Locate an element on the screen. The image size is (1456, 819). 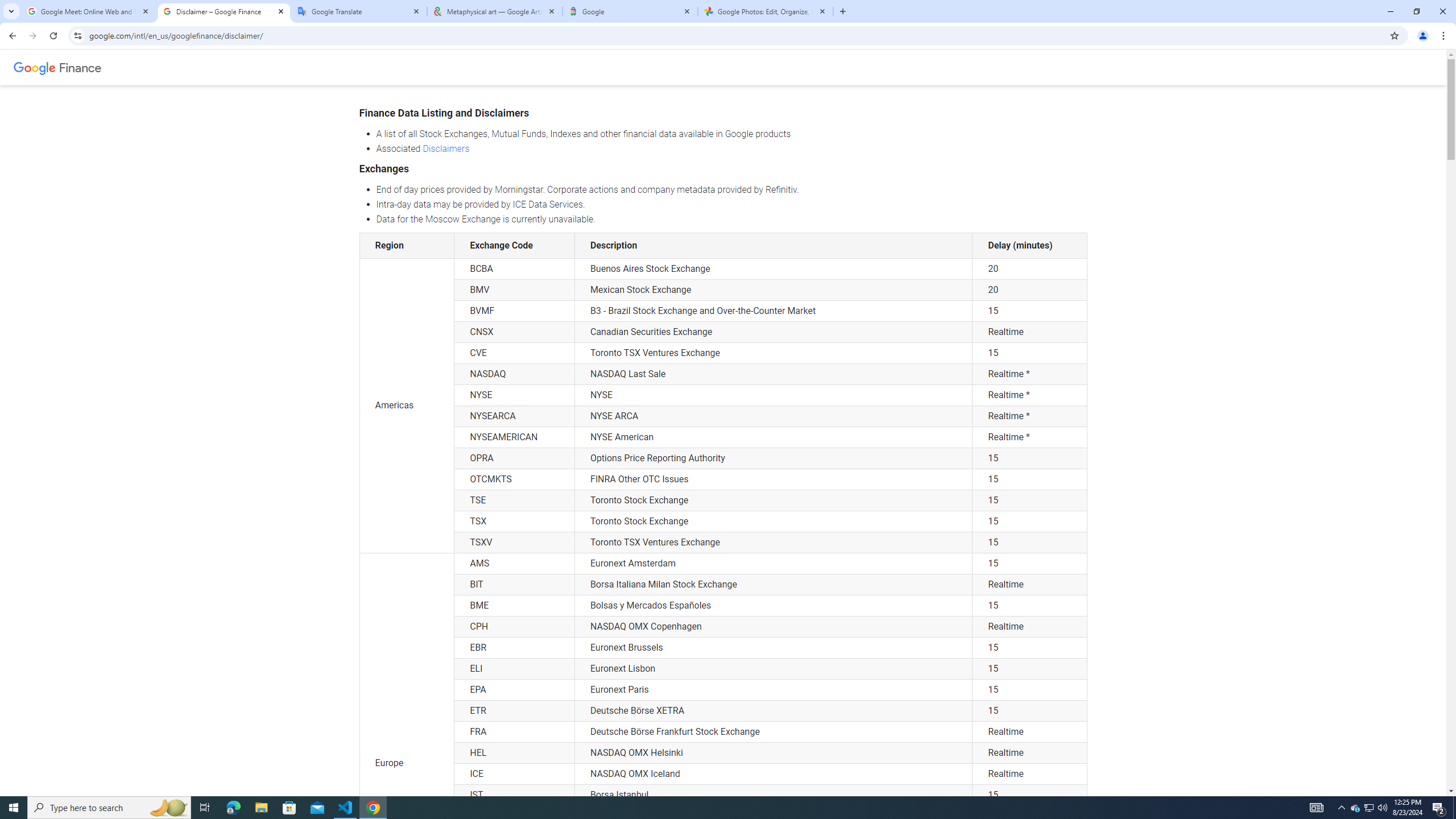
'CNSX' is located at coordinates (514, 331).